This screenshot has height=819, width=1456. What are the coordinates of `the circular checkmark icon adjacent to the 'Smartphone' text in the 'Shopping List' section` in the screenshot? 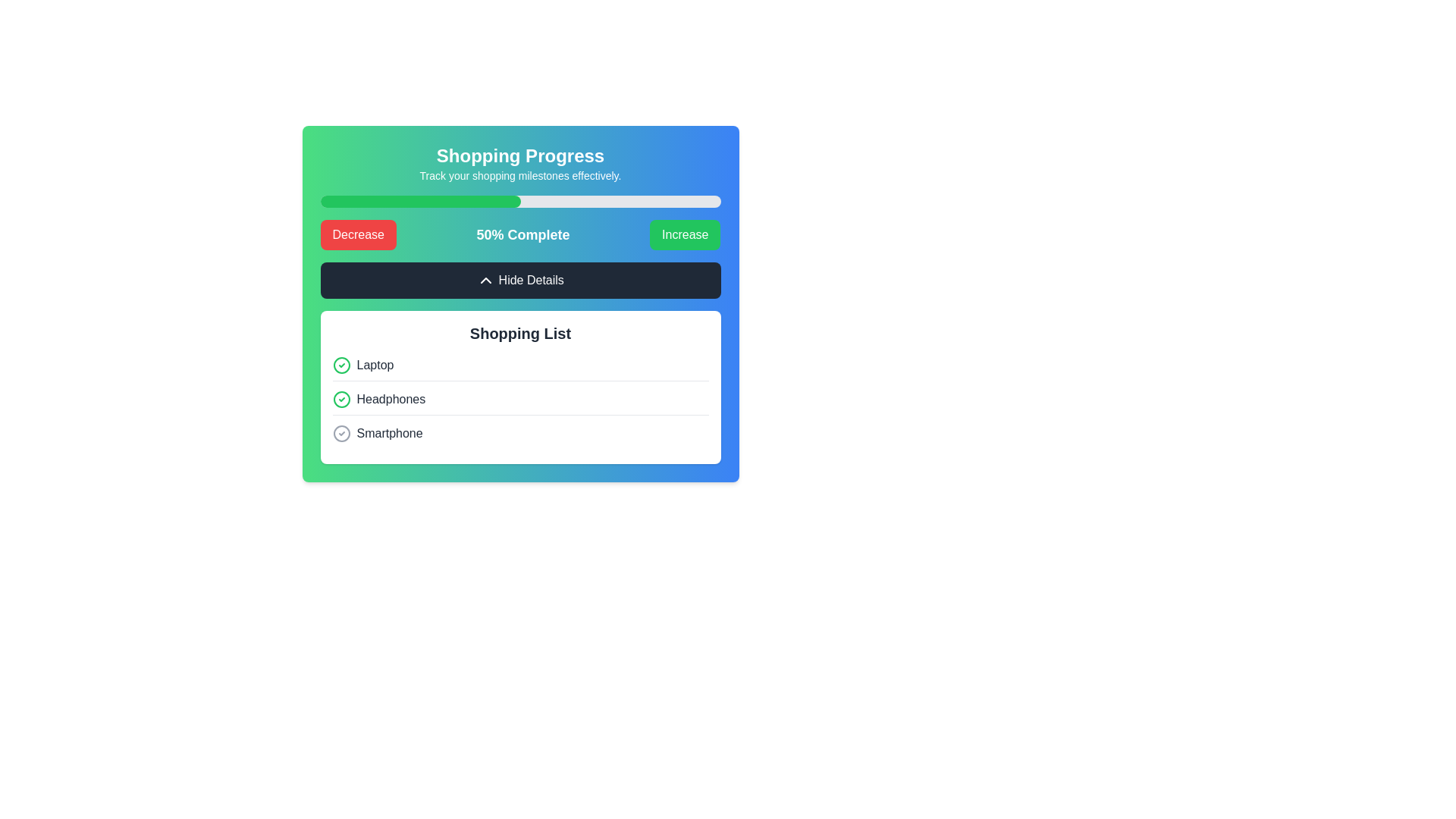 It's located at (340, 433).